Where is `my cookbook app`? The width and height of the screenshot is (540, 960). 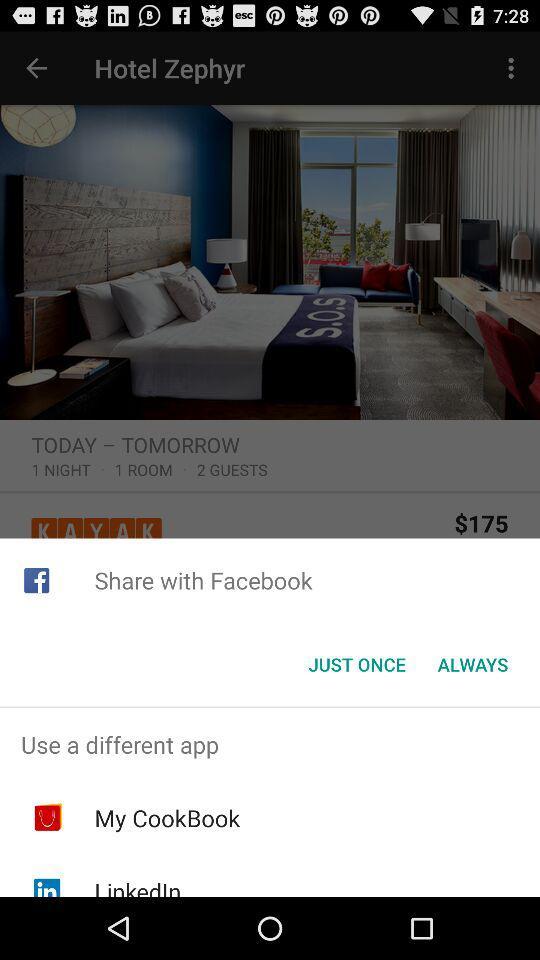 my cookbook app is located at coordinates (166, 818).